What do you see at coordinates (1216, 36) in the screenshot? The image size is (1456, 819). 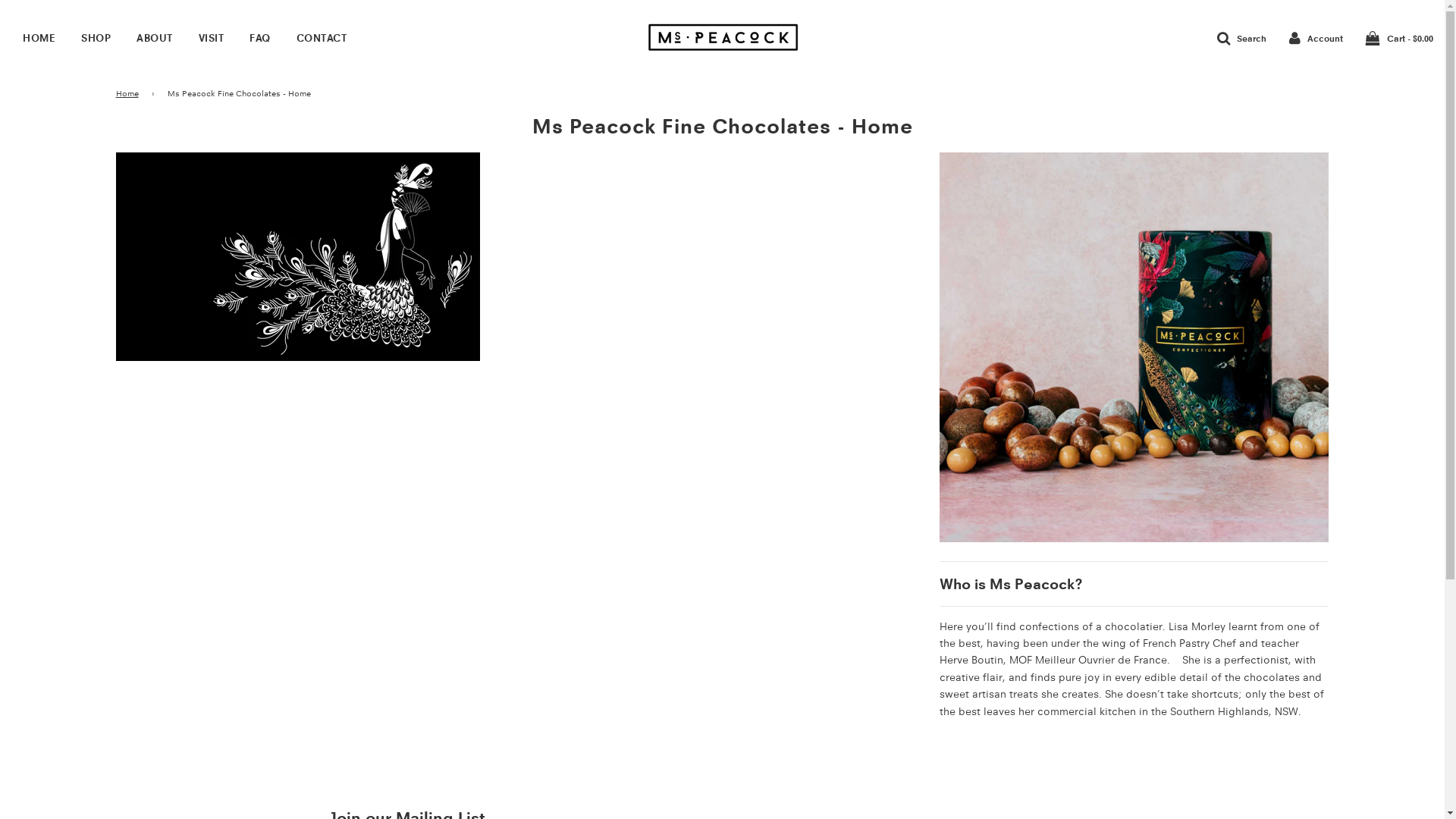 I see `'Search'` at bounding box center [1216, 36].